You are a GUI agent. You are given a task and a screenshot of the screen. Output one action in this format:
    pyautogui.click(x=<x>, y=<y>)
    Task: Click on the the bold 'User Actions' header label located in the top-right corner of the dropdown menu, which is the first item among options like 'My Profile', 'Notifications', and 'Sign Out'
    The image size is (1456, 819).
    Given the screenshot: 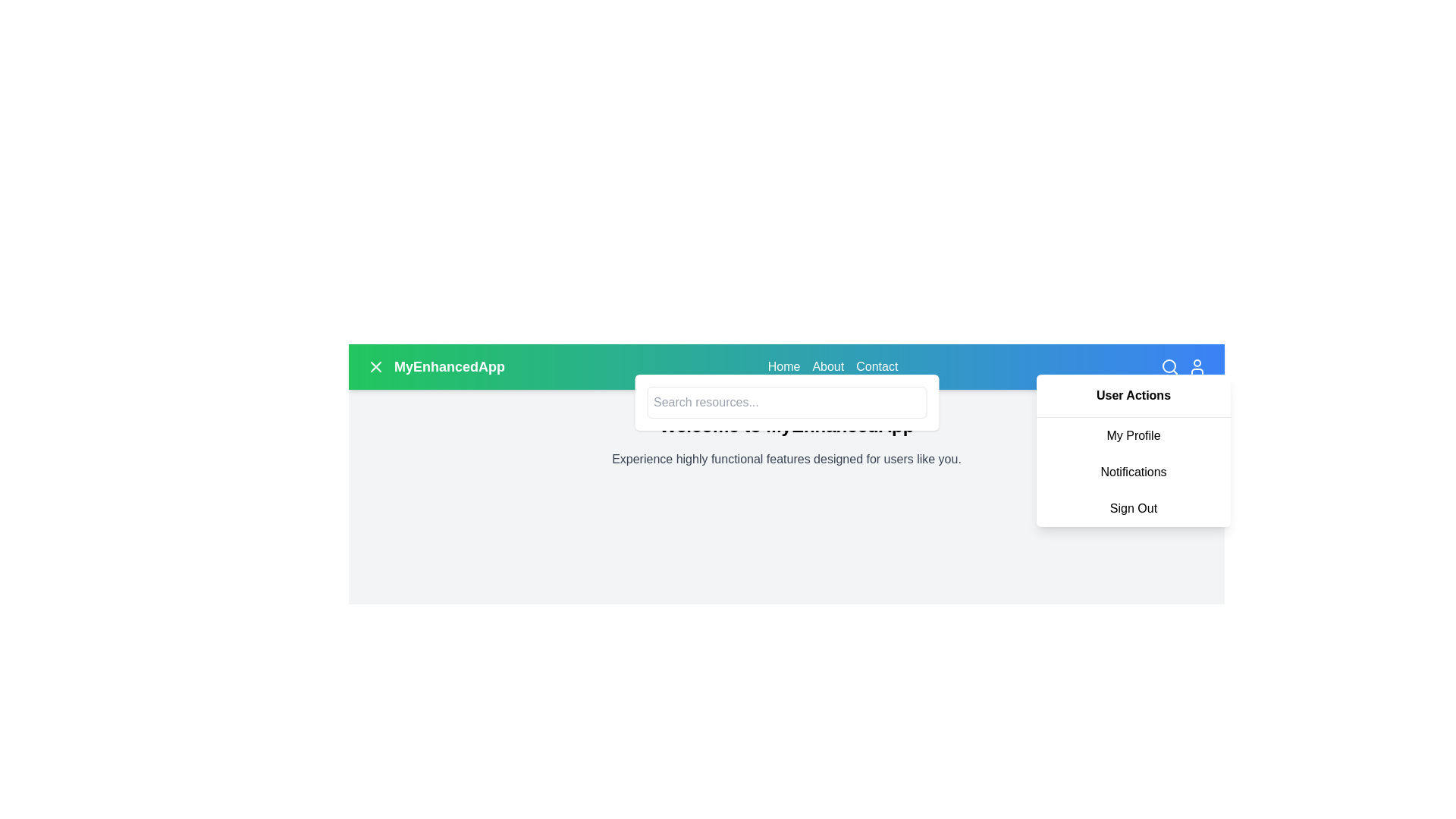 What is the action you would take?
    pyautogui.click(x=1133, y=394)
    